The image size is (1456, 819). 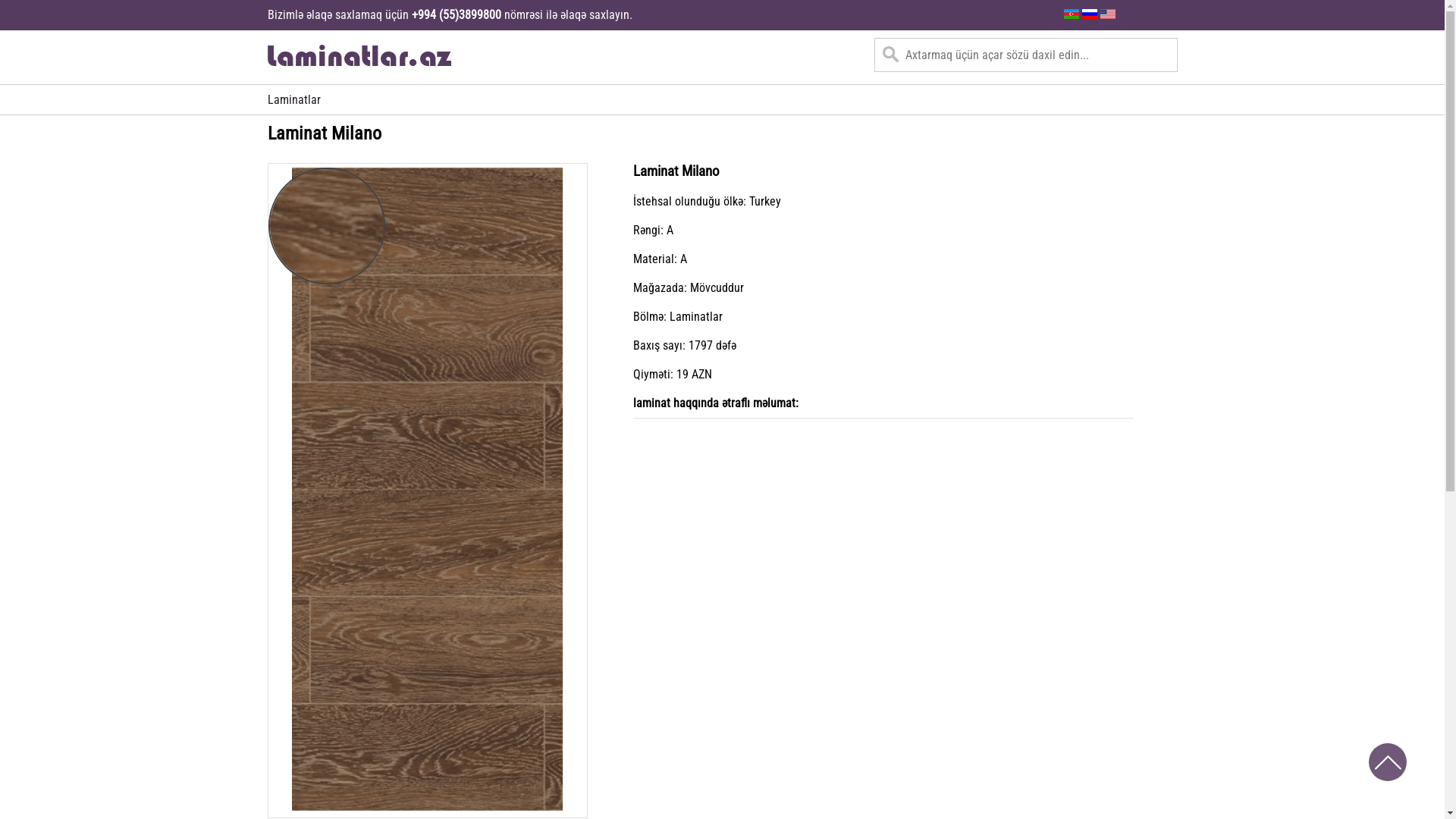 What do you see at coordinates (266, 99) in the screenshot?
I see `'Laminatlar'` at bounding box center [266, 99].